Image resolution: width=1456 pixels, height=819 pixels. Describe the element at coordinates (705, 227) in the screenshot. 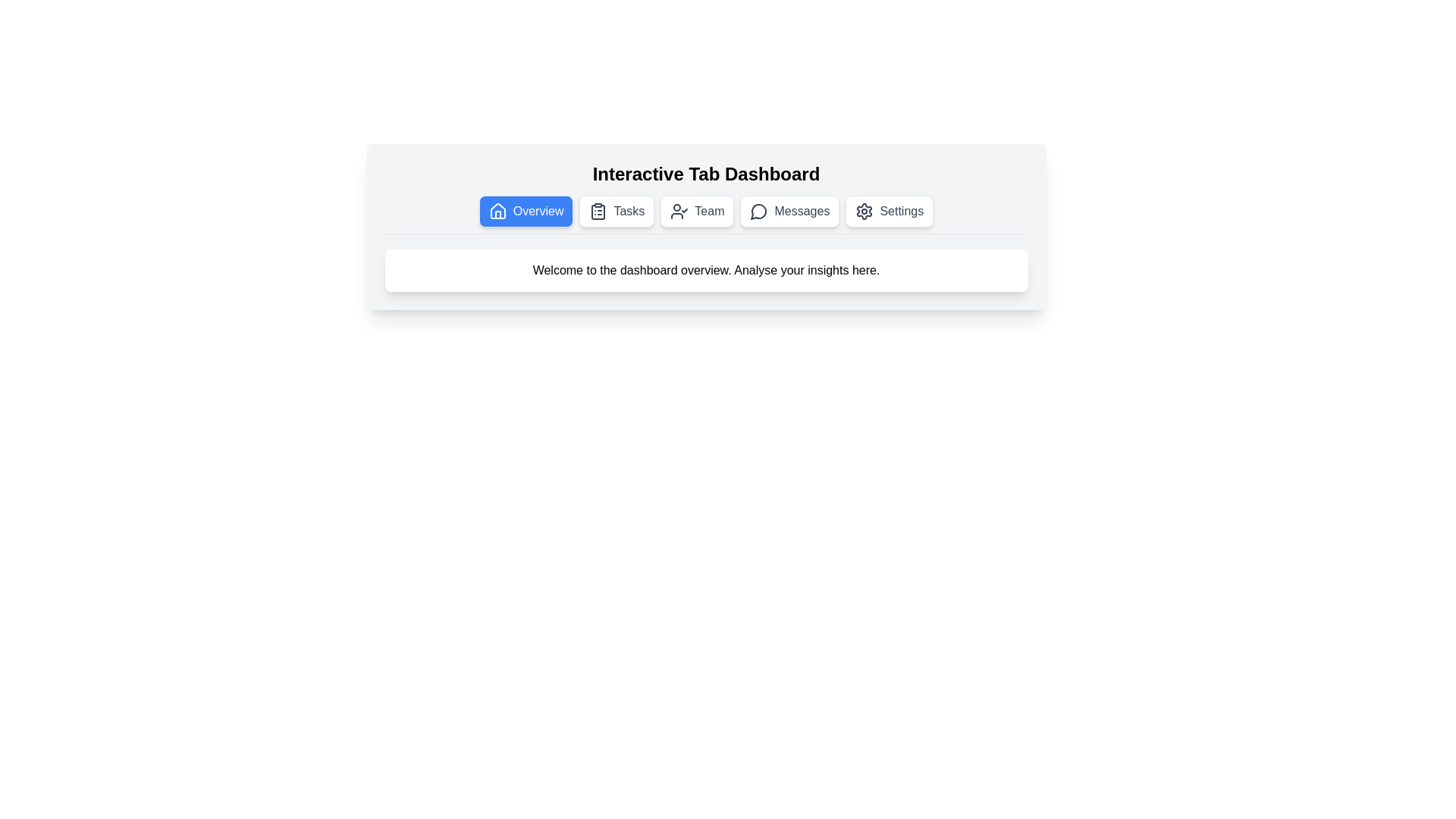

I see `the tab buttons of the 'Interactive Tab Dashboard'` at that location.